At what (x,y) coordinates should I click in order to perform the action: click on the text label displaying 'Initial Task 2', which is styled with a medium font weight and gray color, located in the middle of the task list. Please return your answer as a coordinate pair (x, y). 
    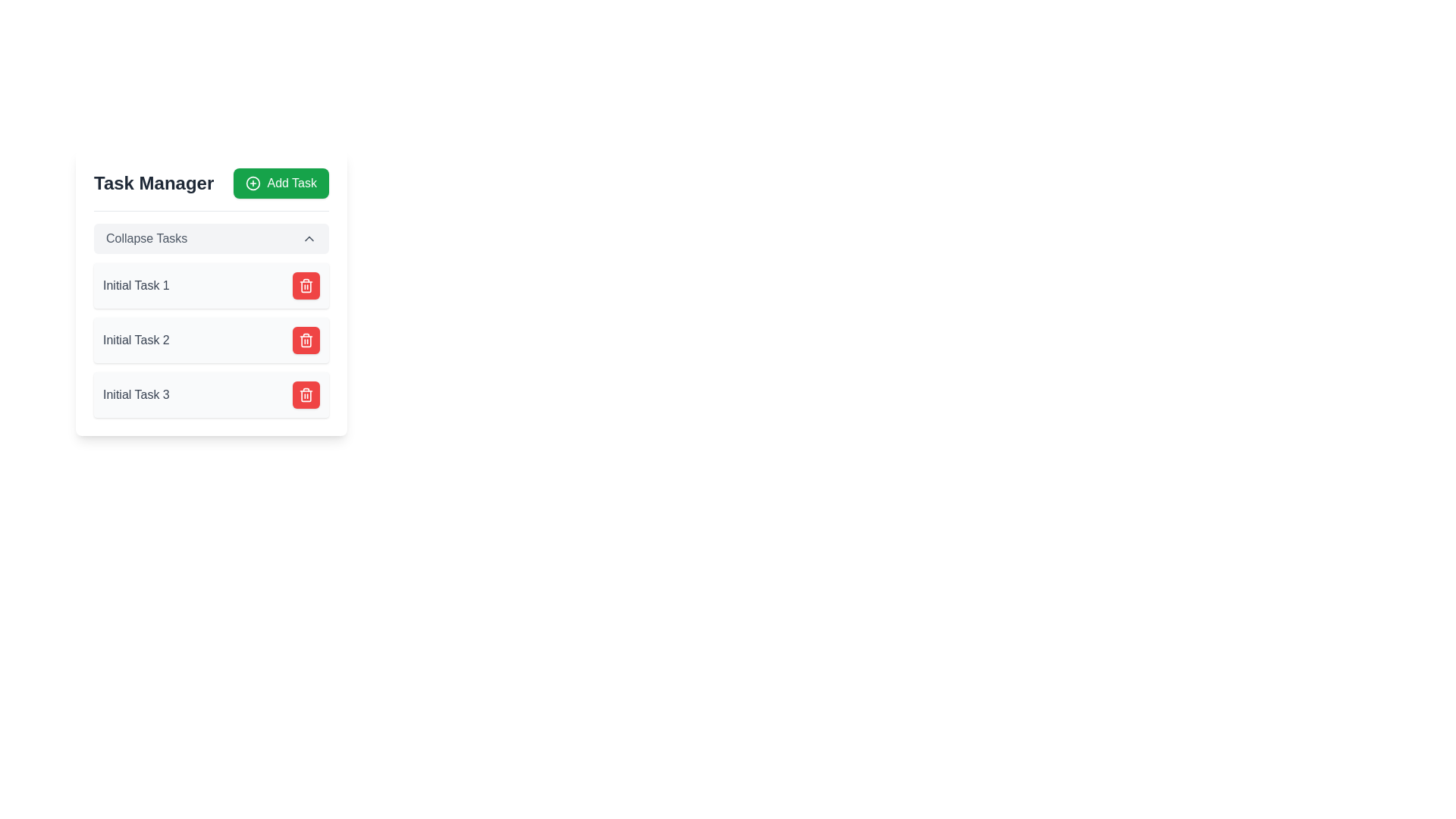
    Looking at the image, I should click on (136, 339).